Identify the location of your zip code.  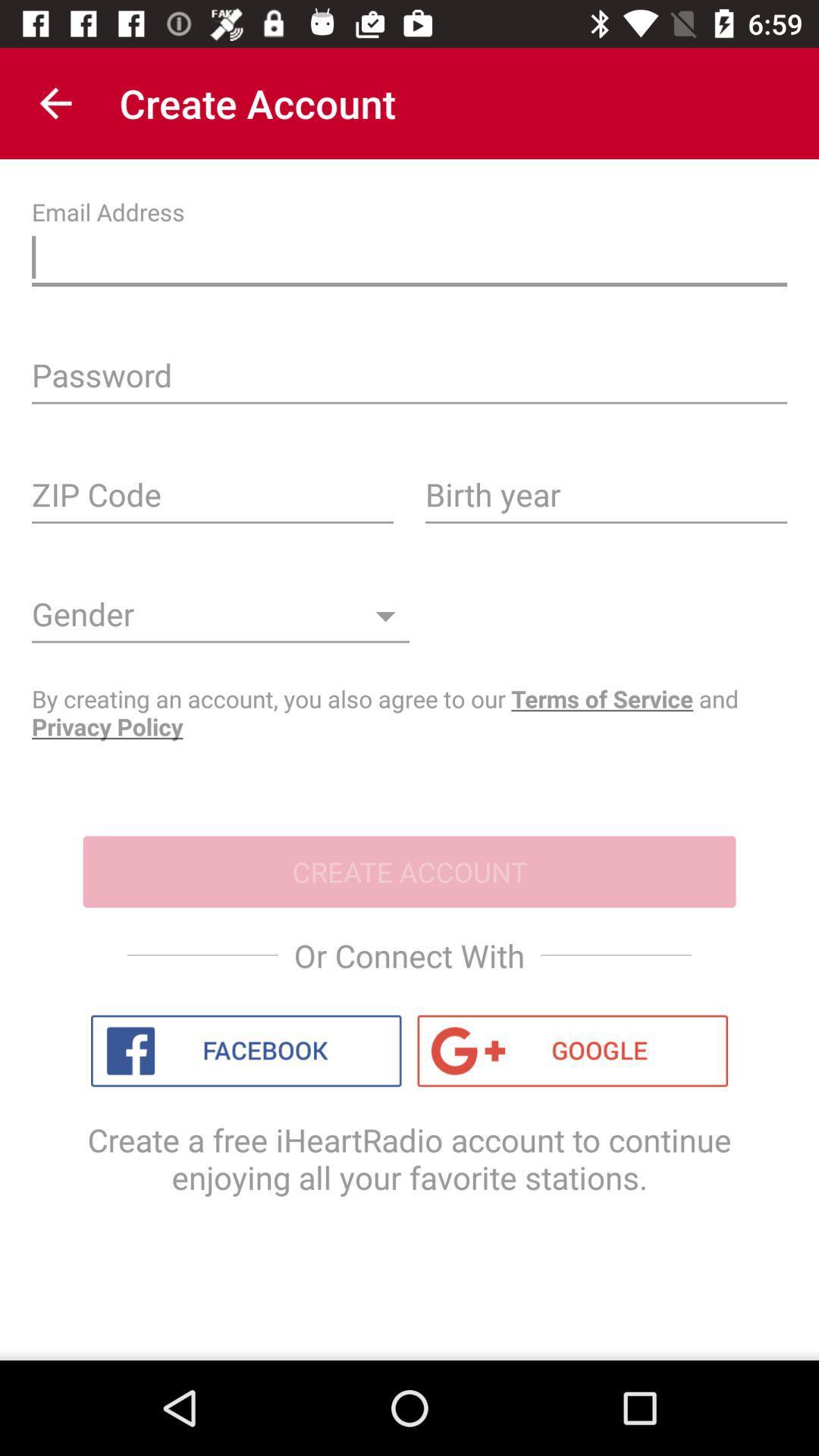
(212, 500).